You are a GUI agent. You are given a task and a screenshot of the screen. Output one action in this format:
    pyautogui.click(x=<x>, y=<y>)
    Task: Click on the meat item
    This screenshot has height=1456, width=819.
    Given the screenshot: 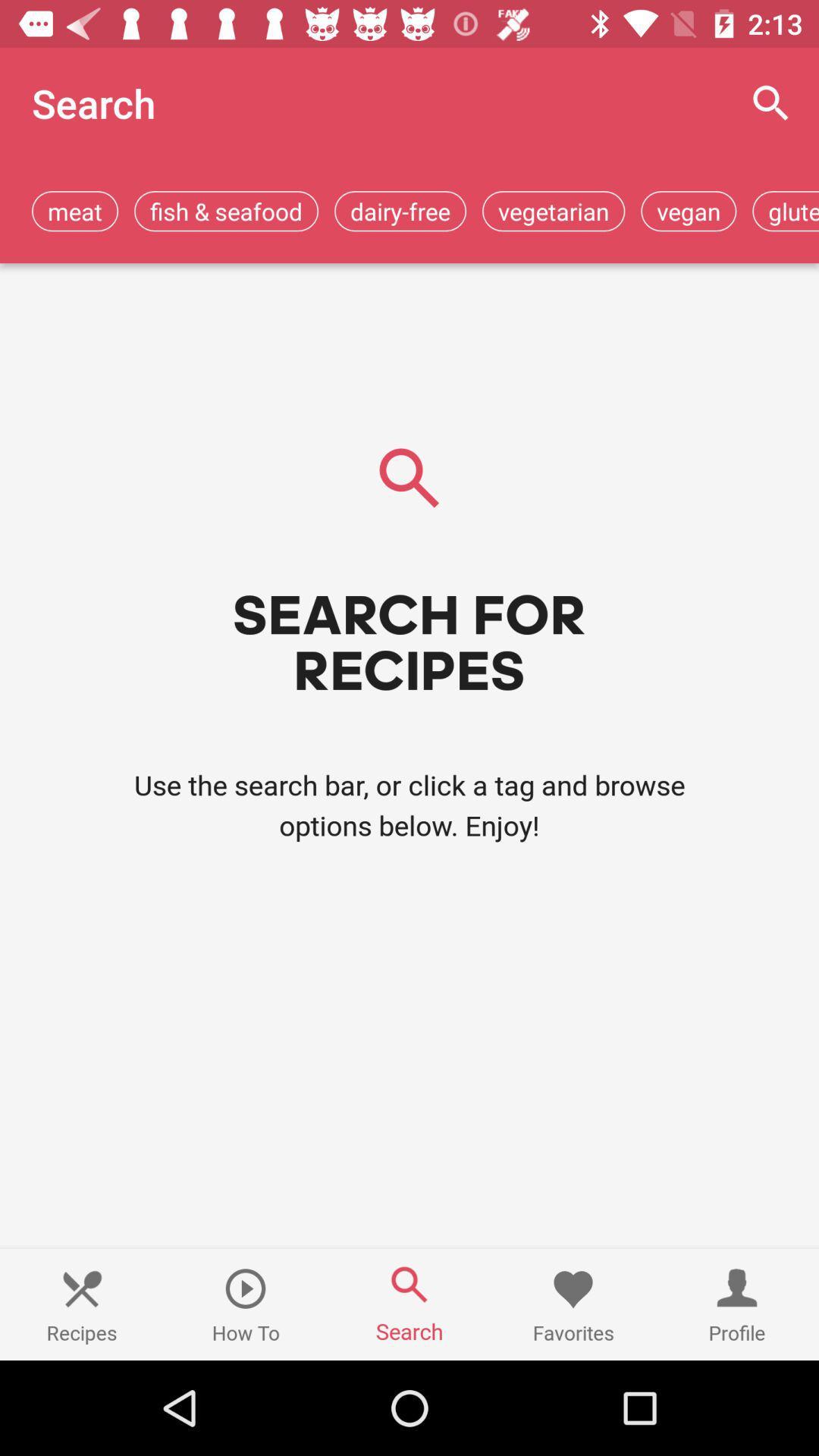 What is the action you would take?
    pyautogui.click(x=75, y=210)
    